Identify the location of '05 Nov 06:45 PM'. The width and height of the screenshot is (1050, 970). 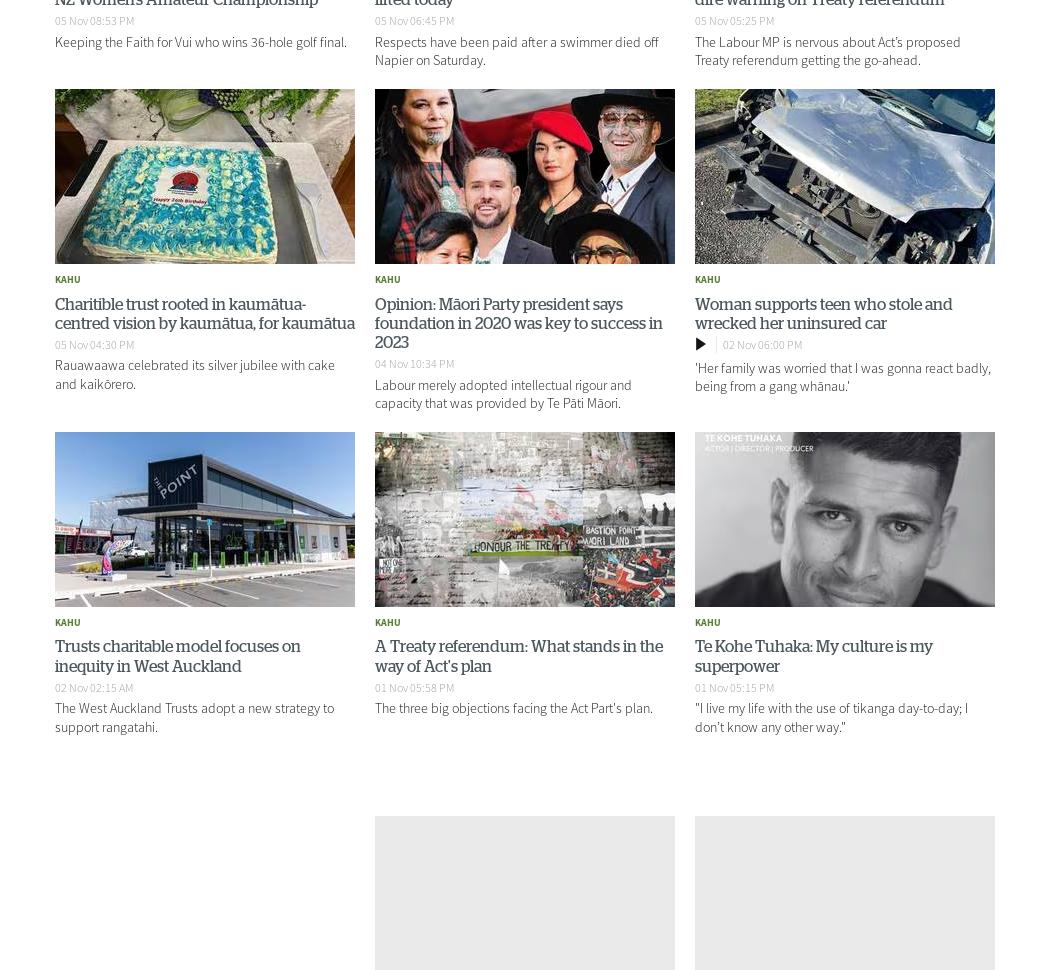
(412, 20).